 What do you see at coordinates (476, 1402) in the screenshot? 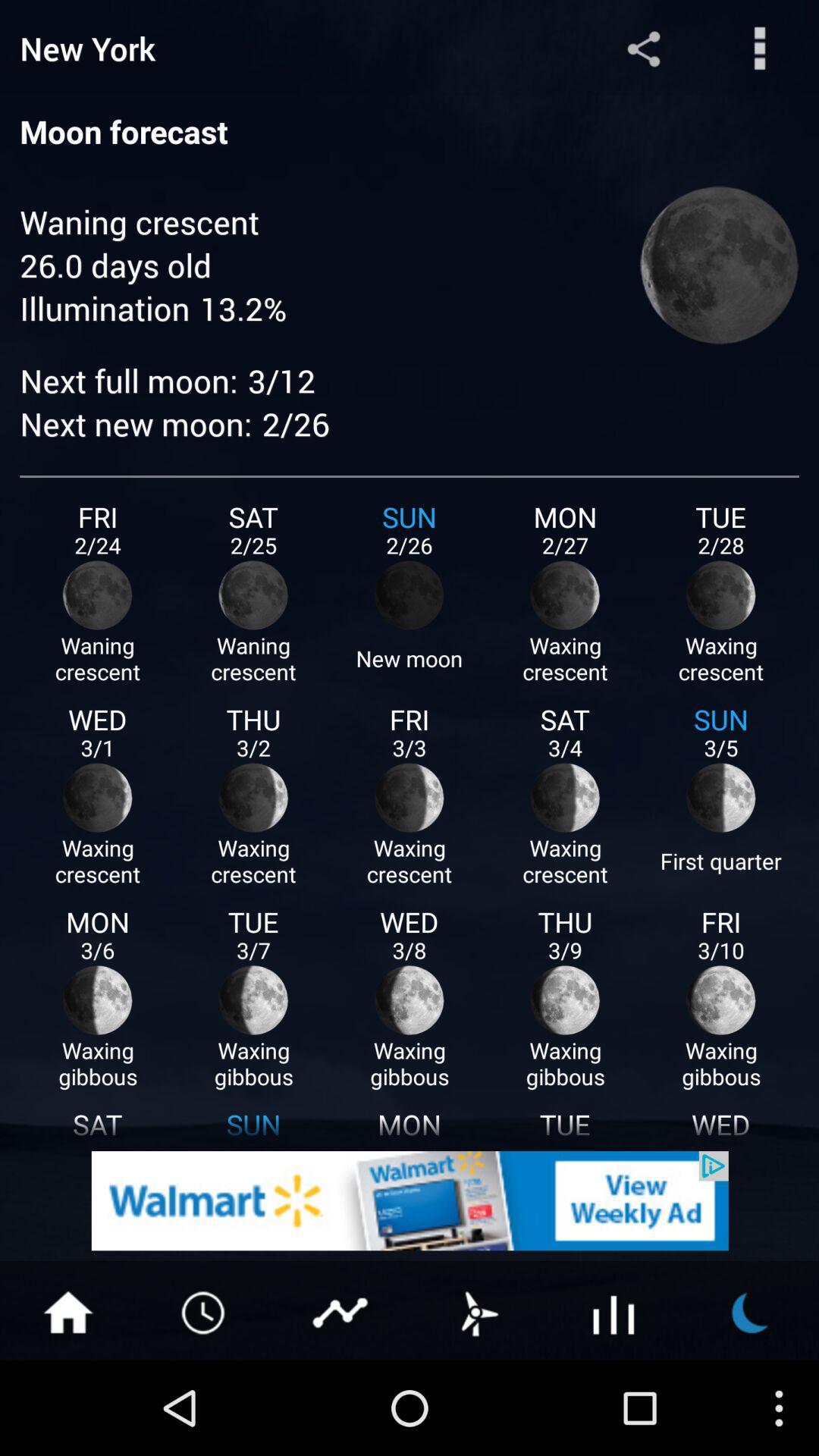
I see `the weather icon` at bounding box center [476, 1402].